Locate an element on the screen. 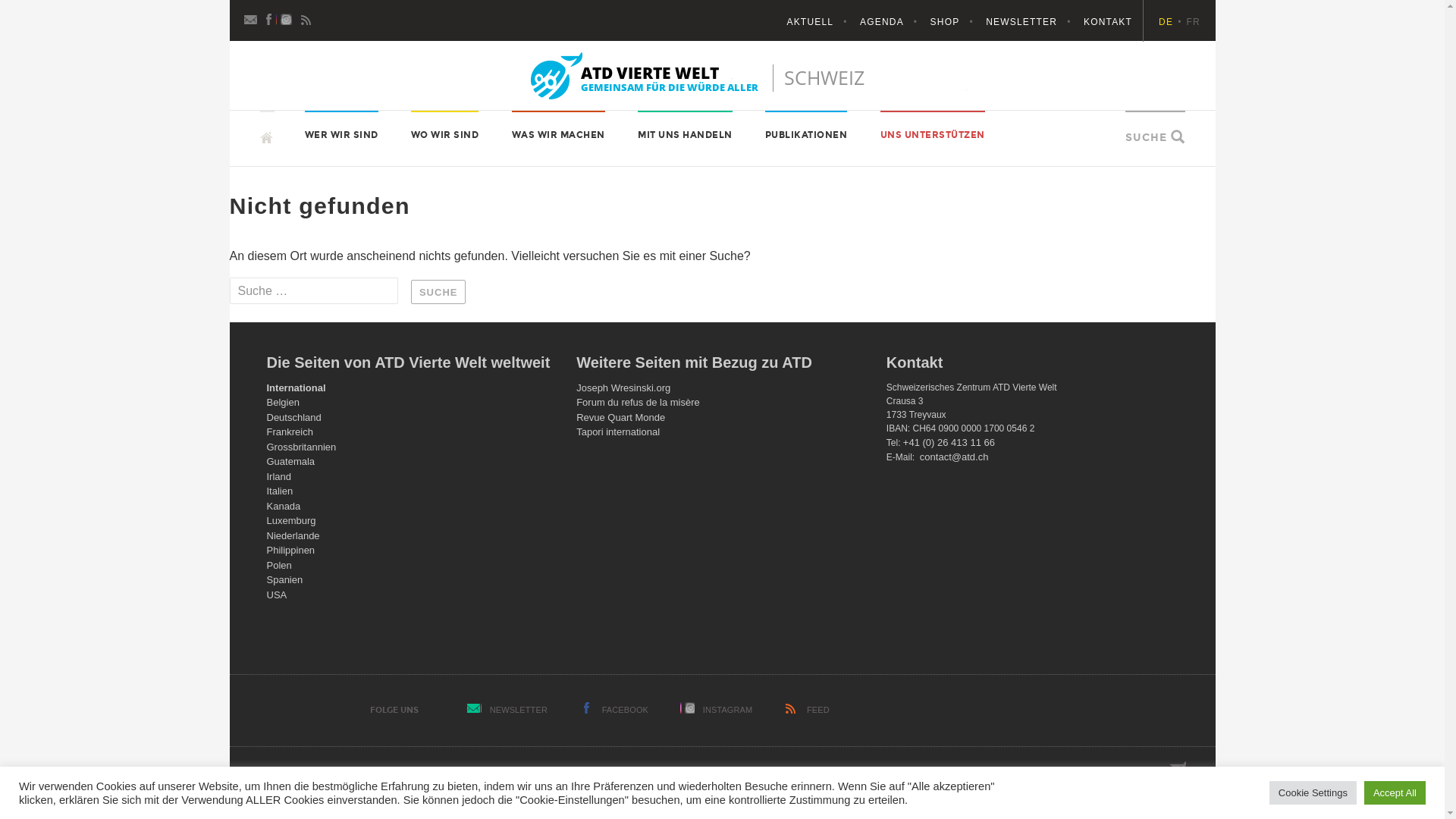  'AGENDA' is located at coordinates (859, 22).